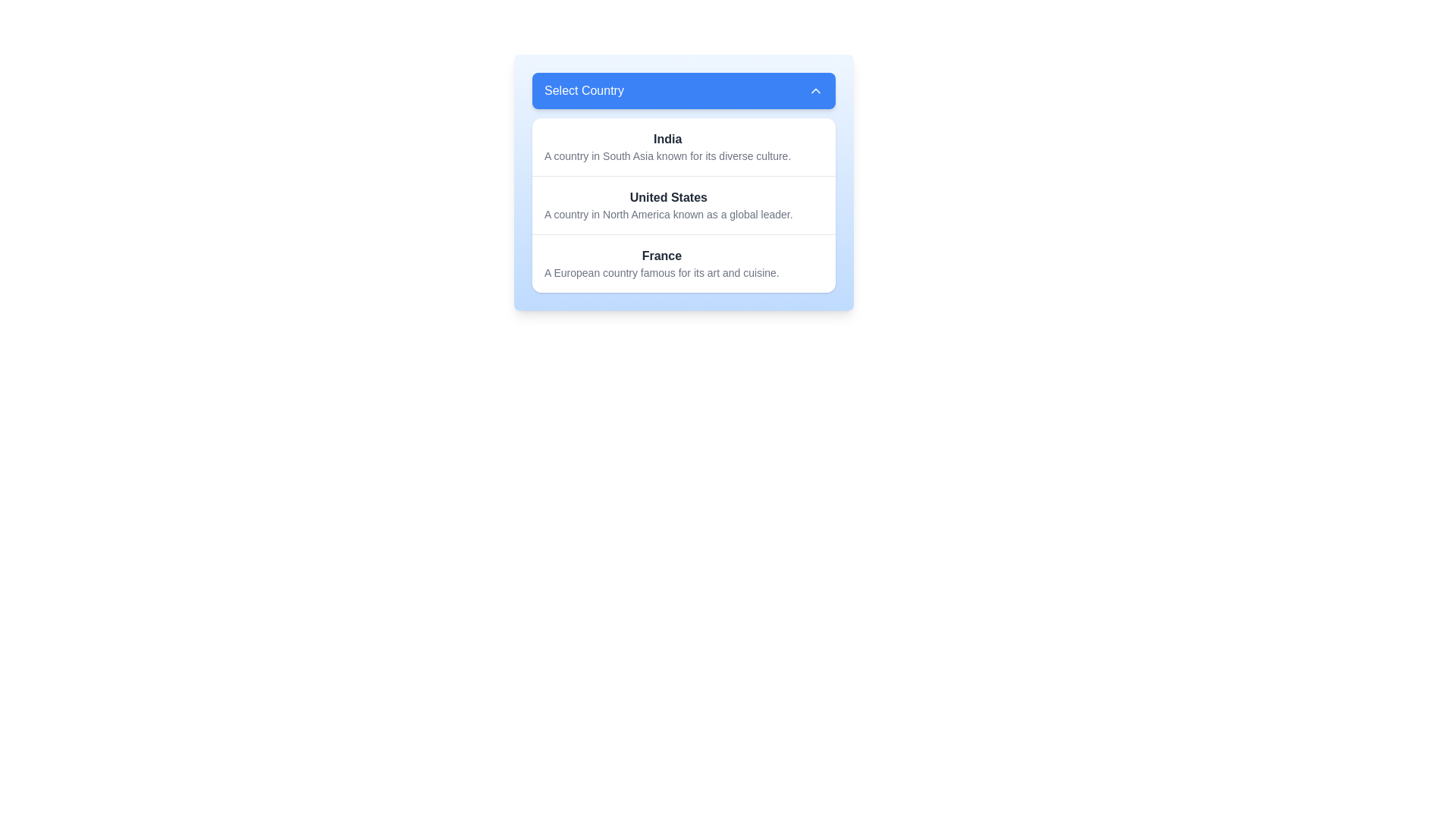 Image resolution: width=1456 pixels, height=819 pixels. Describe the element at coordinates (667, 140) in the screenshot. I see `the text label displaying 'India' in bold dark gray font, located at the top of the dropdown menu under 'Select Country.'` at that location.